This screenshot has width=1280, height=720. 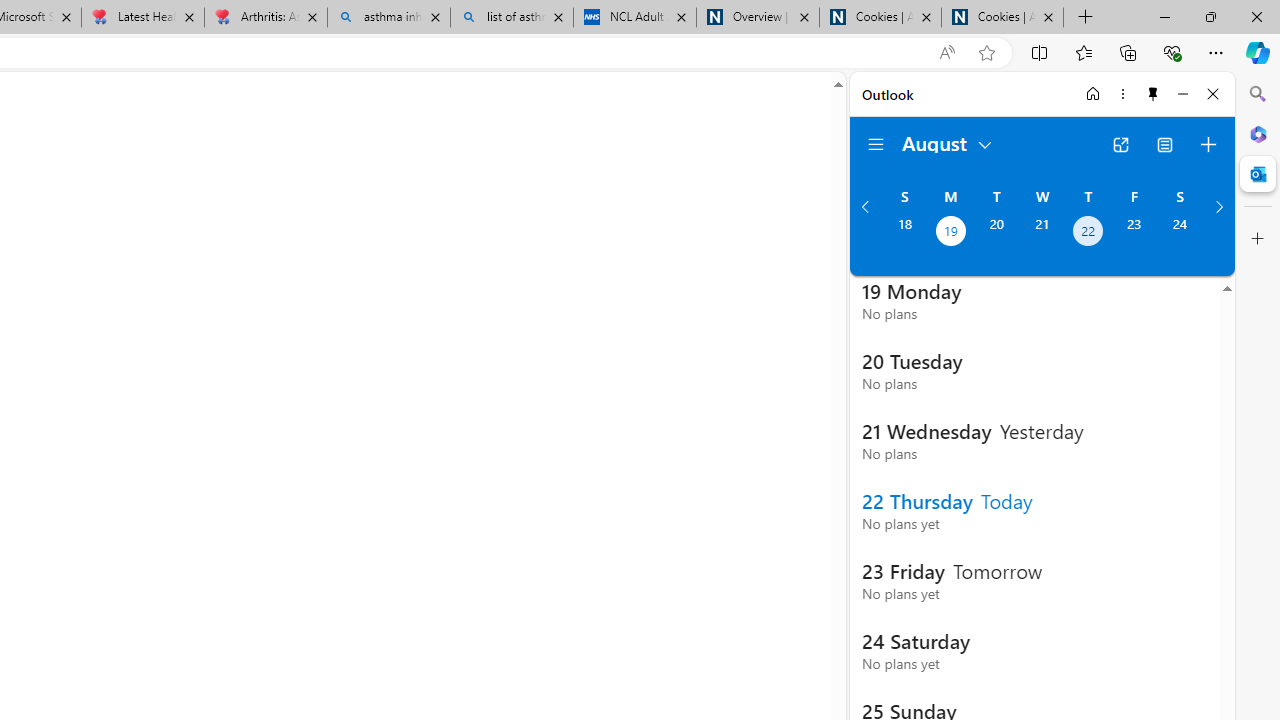 What do you see at coordinates (949, 232) in the screenshot?
I see `'Monday, August 19, 2024. Date selected. '` at bounding box center [949, 232].